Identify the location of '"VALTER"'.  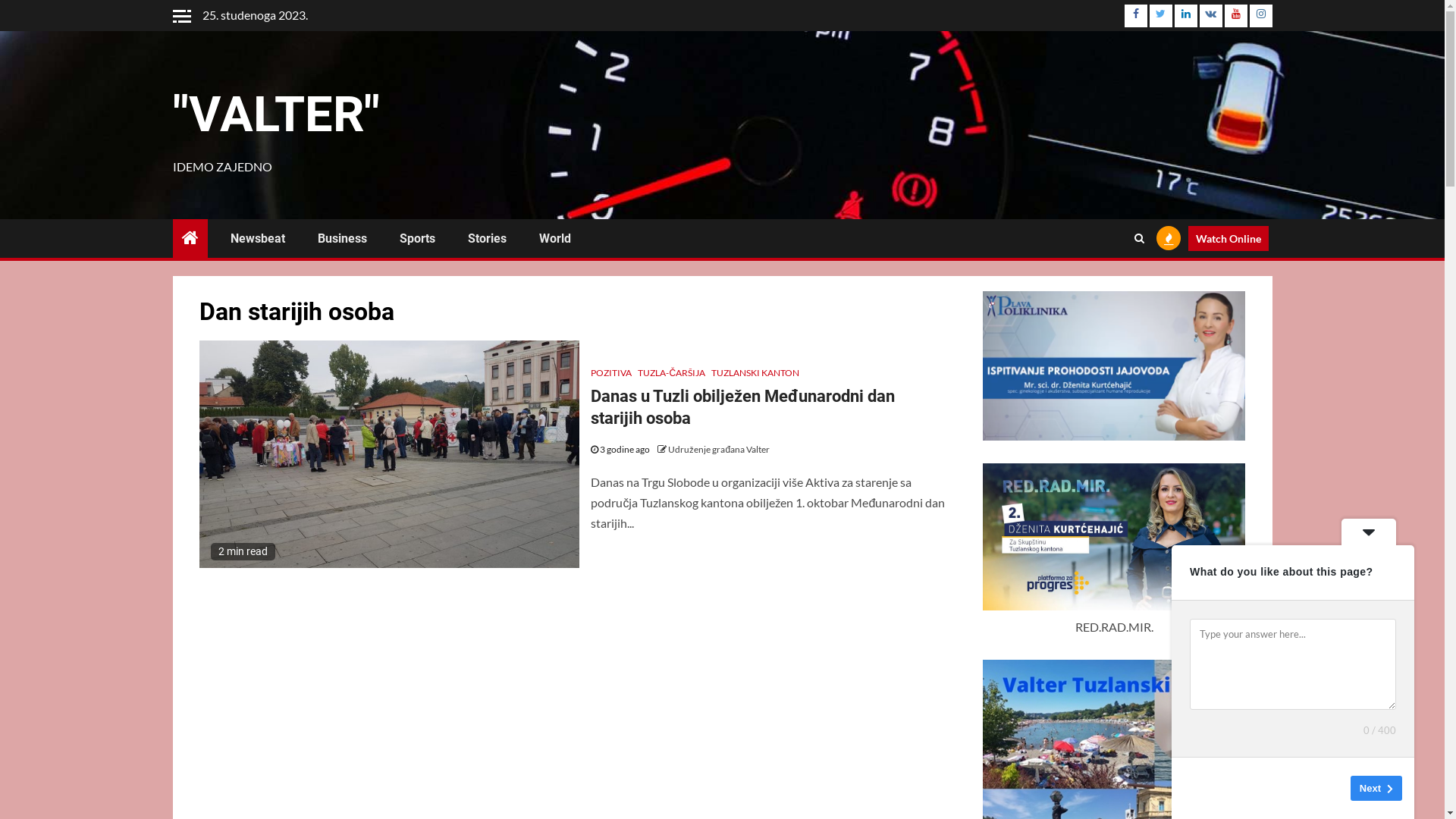
(276, 113).